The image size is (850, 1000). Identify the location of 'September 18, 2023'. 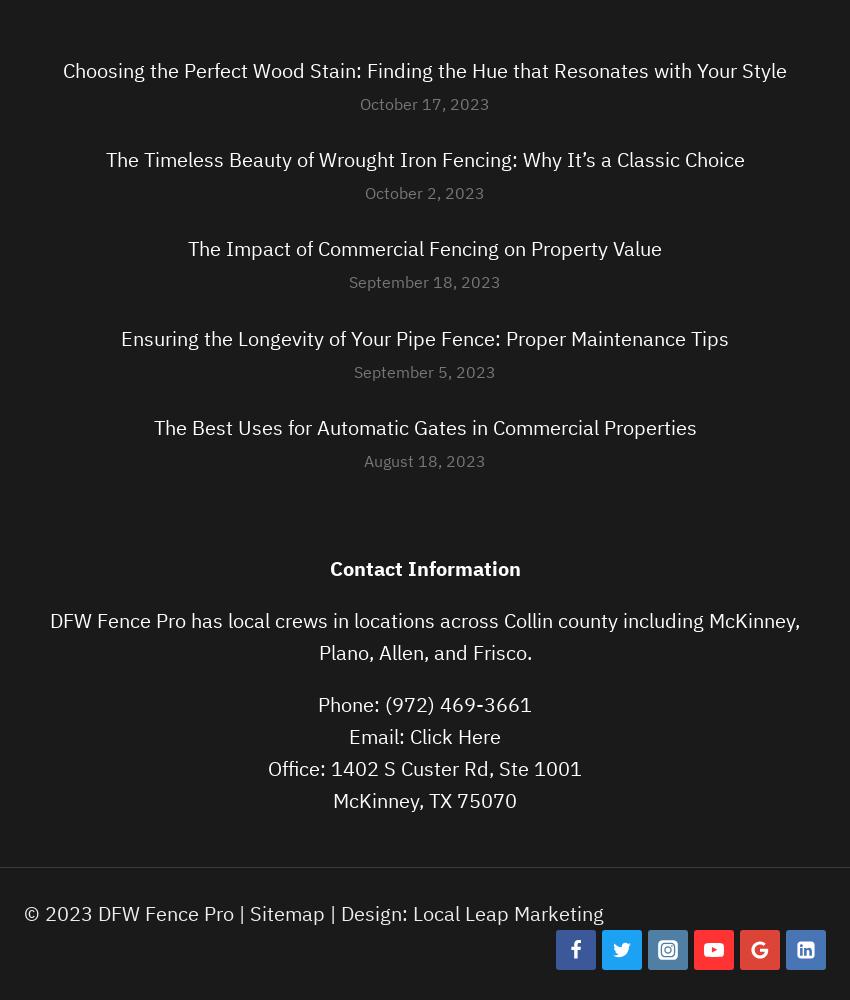
(425, 281).